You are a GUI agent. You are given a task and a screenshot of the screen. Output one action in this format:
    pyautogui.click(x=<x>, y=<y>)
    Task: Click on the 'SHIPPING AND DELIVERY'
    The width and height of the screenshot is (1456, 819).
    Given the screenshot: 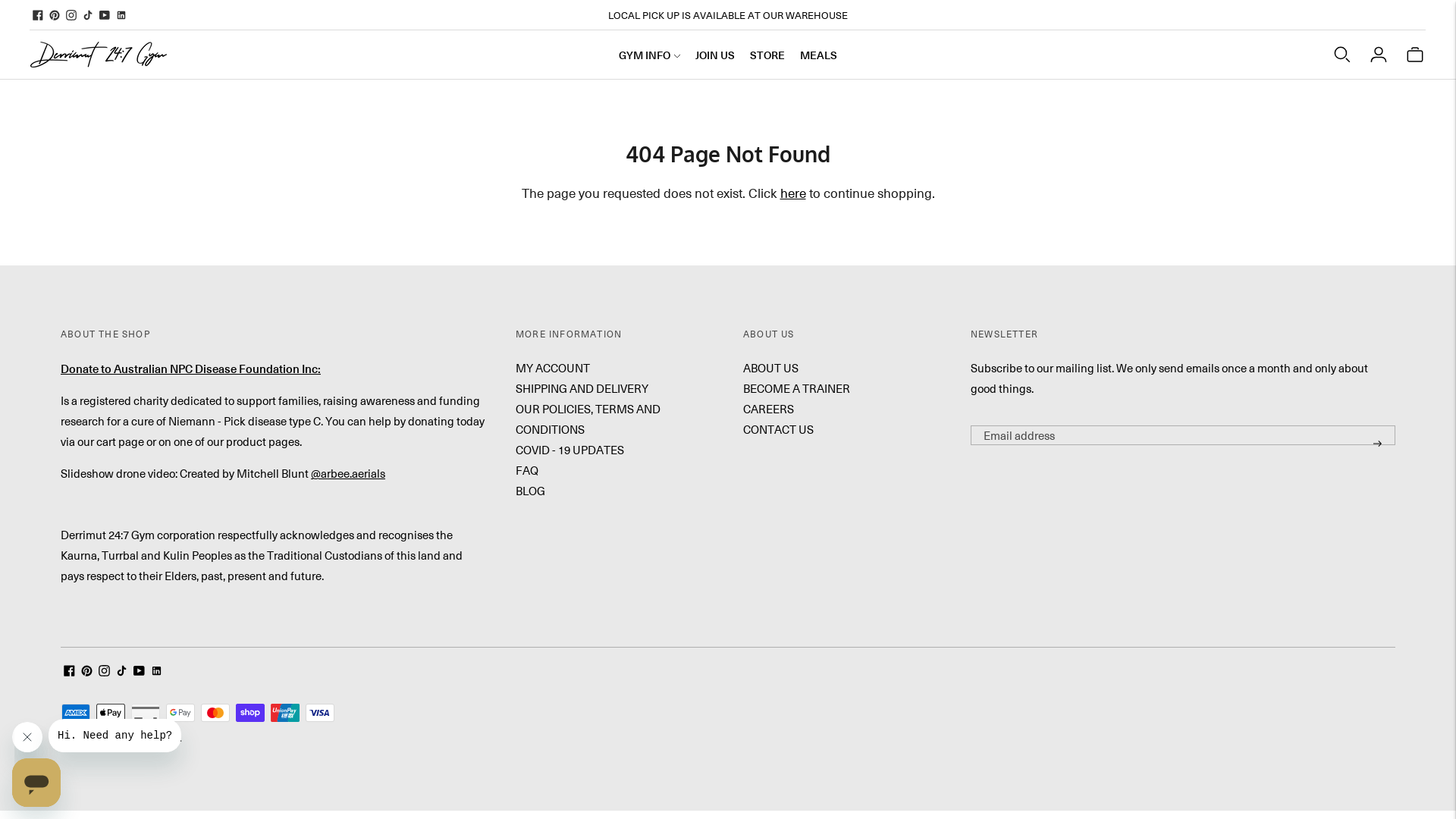 What is the action you would take?
    pyautogui.click(x=581, y=388)
    